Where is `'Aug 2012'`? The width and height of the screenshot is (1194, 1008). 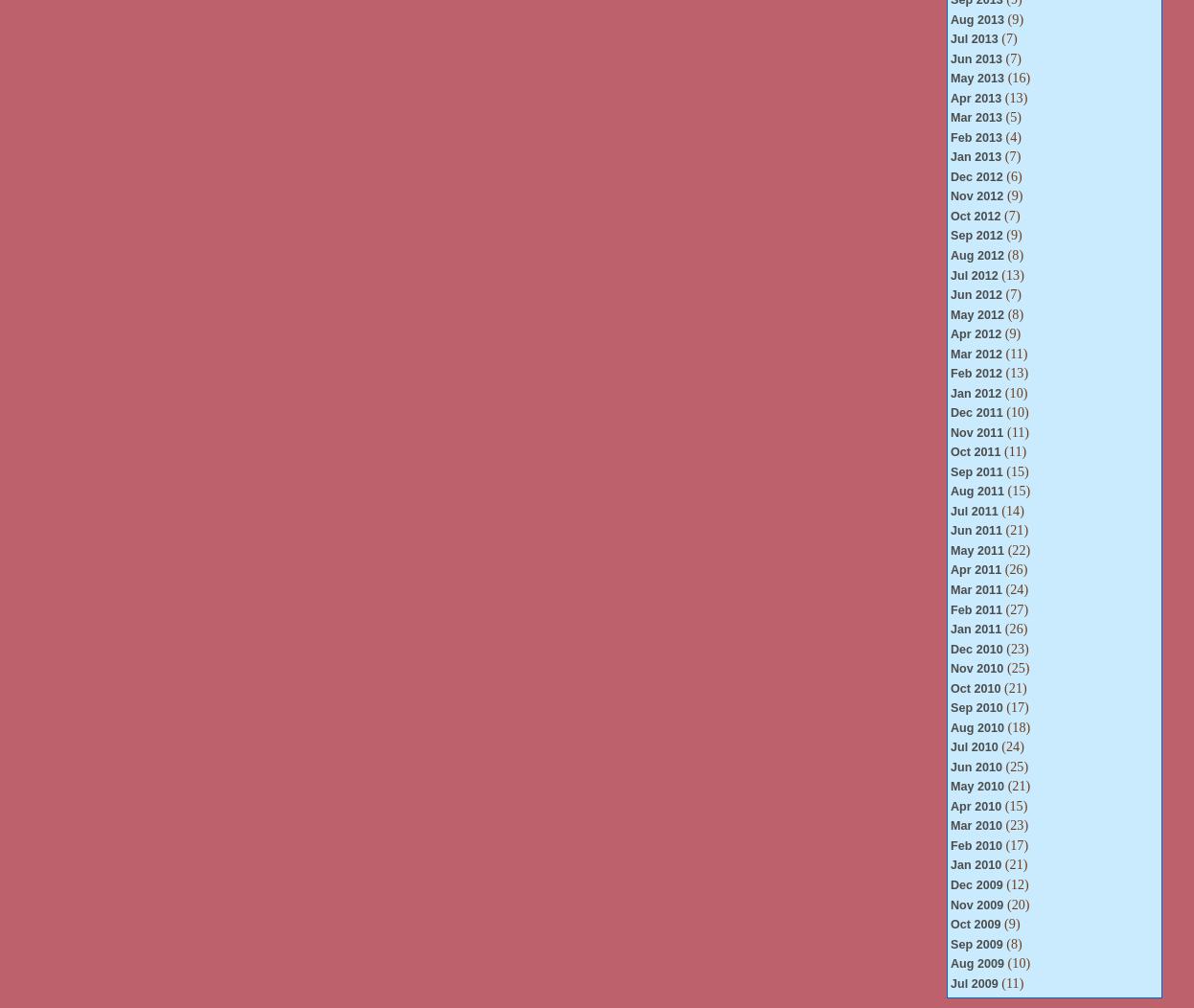 'Aug 2012' is located at coordinates (949, 255).